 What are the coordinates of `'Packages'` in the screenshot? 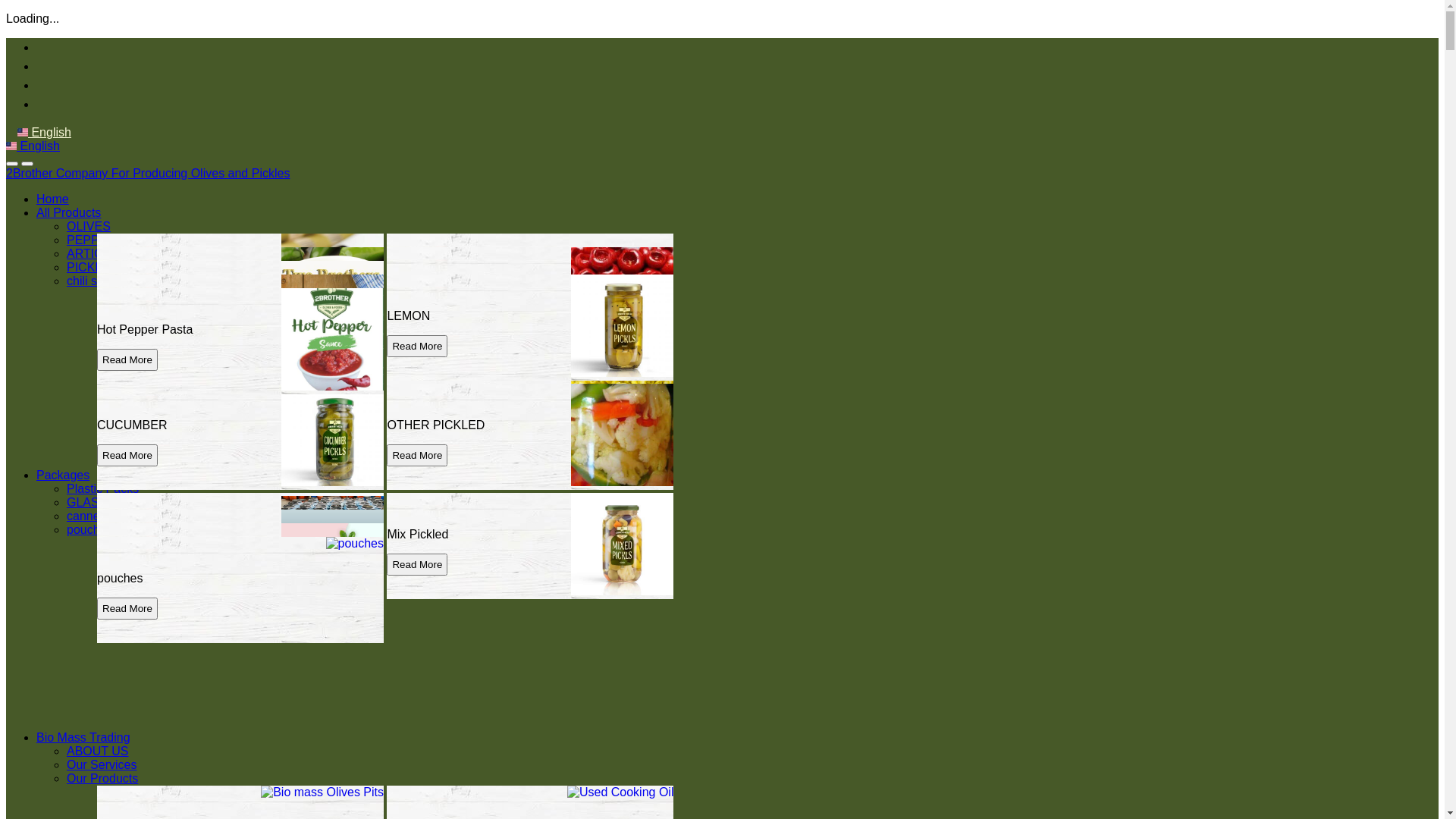 It's located at (61, 474).